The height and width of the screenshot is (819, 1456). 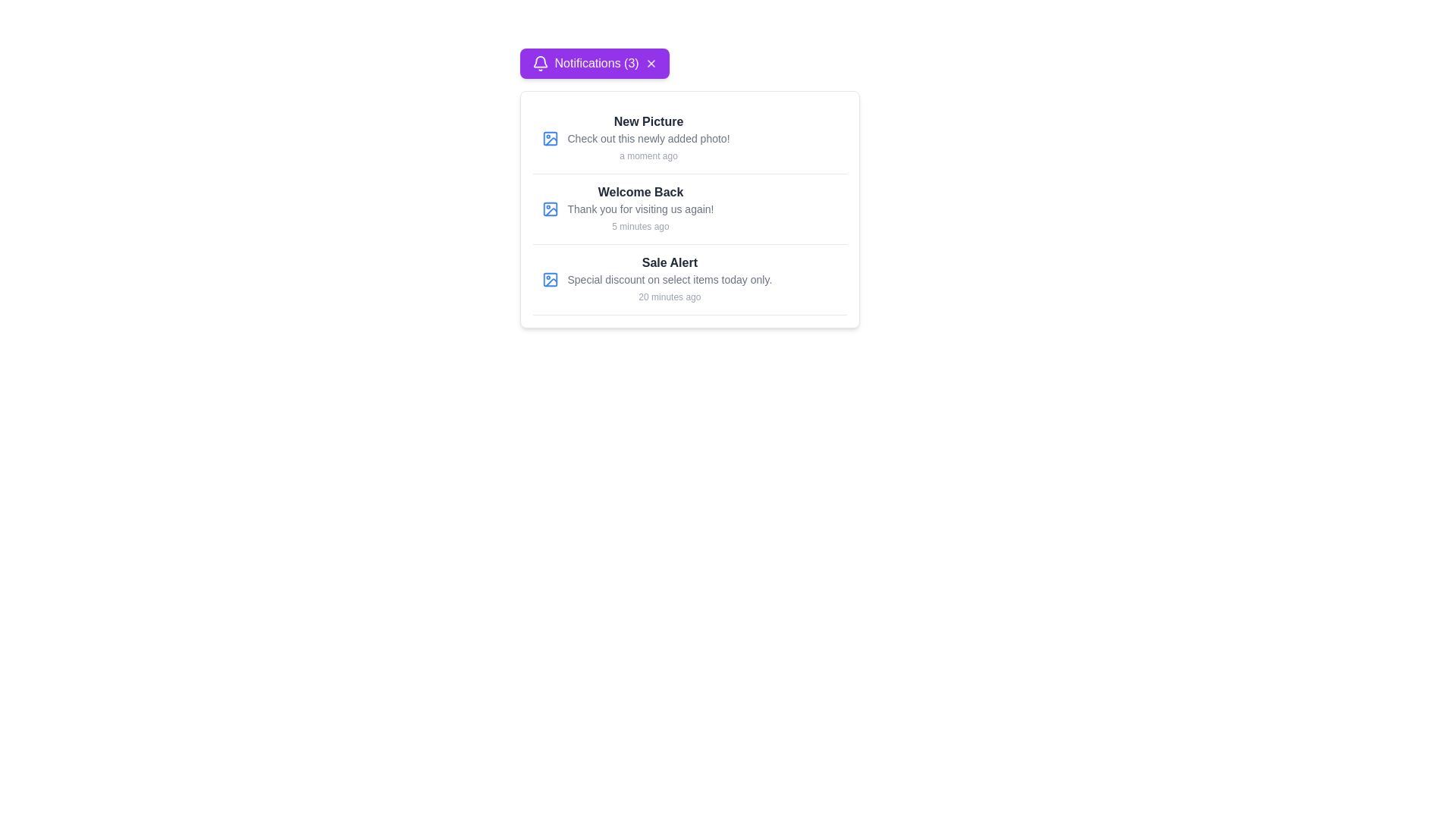 What do you see at coordinates (549, 209) in the screenshot?
I see `the blue photo icon located to the left of the 'Welcome Back' text in the second item of the vertically stacked list within the notification panel` at bounding box center [549, 209].